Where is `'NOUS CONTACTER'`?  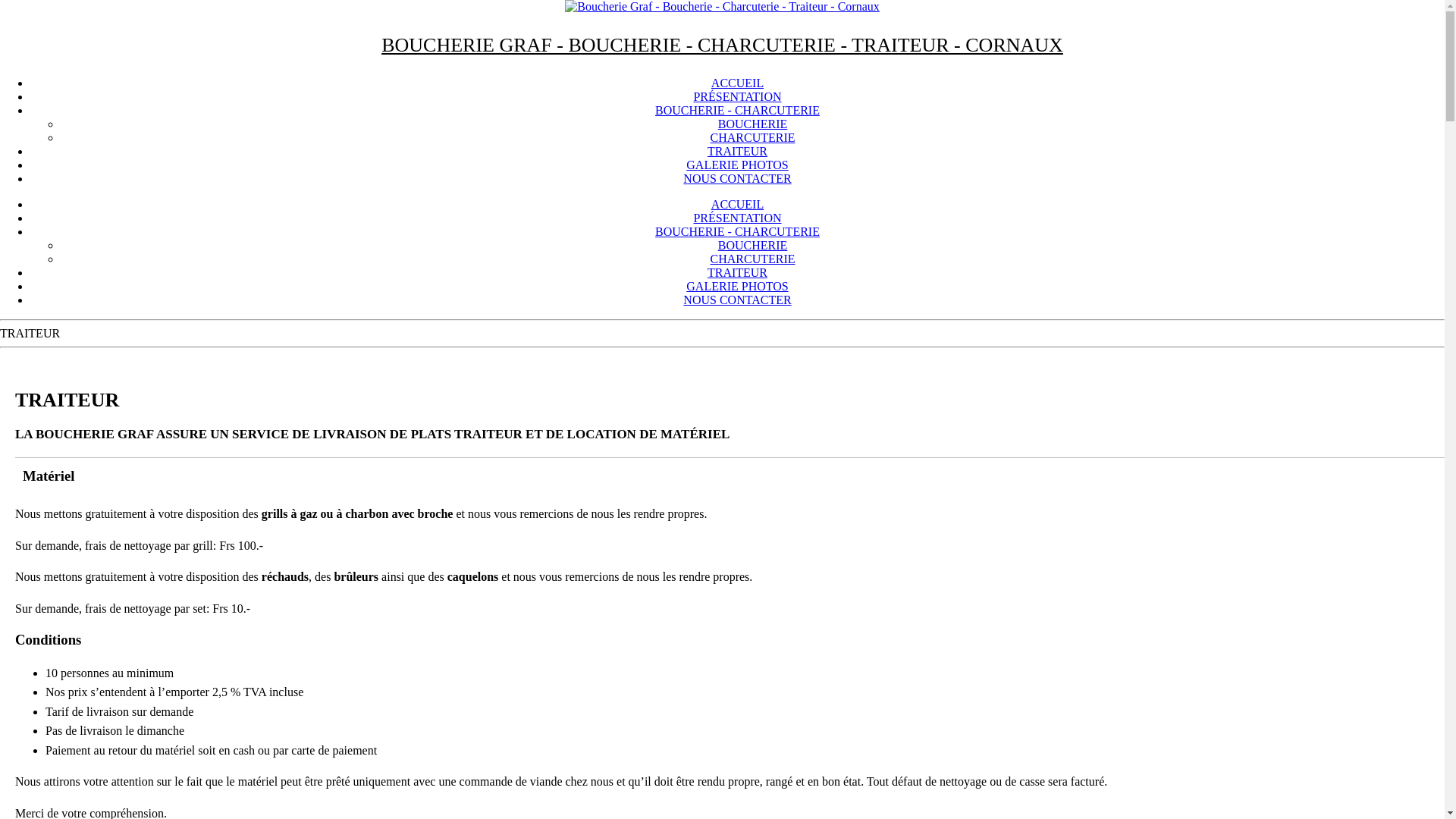 'NOUS CONTACTER' is located at coordinates (682, 300).